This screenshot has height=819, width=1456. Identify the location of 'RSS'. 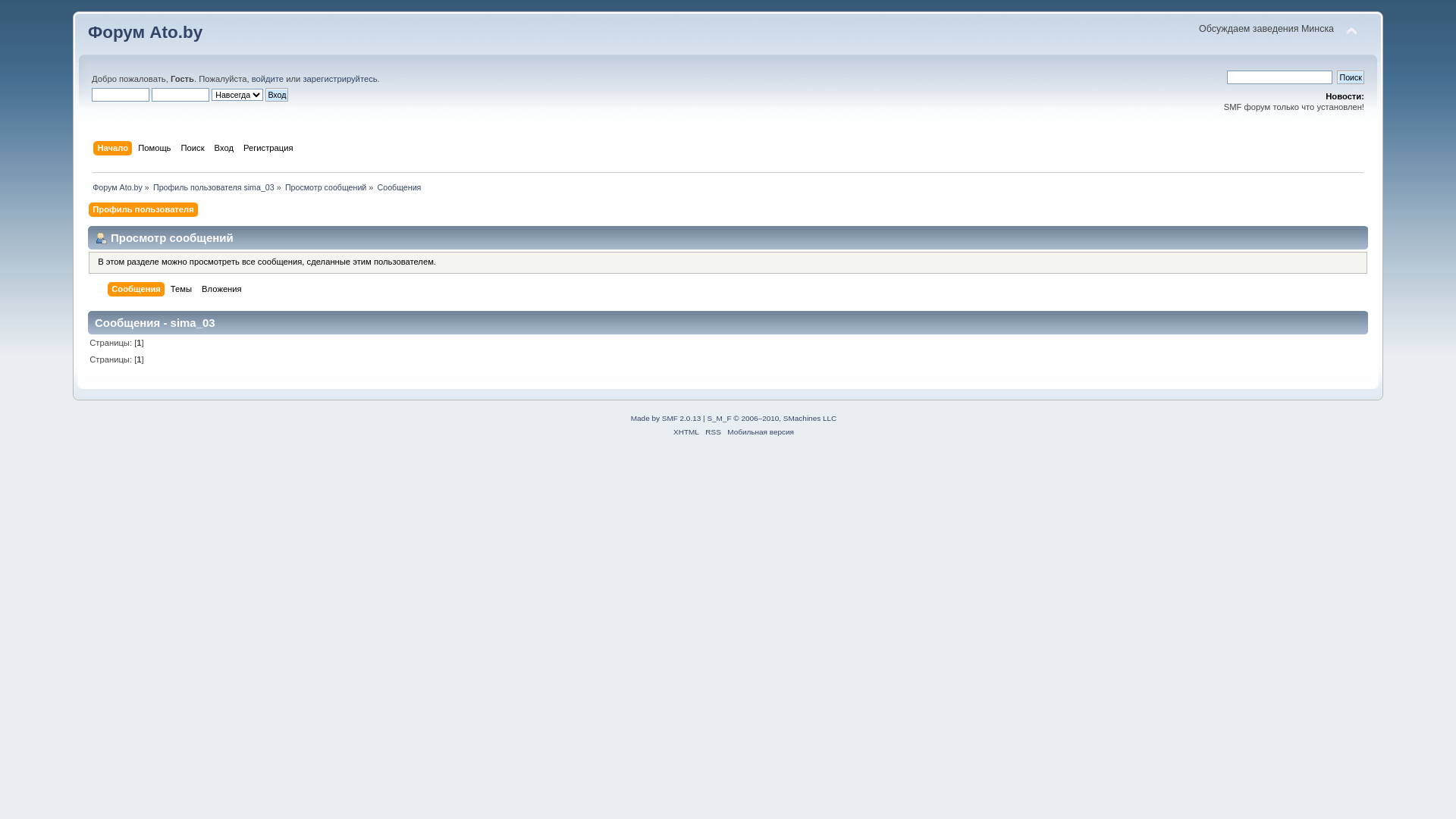
(712, 431).